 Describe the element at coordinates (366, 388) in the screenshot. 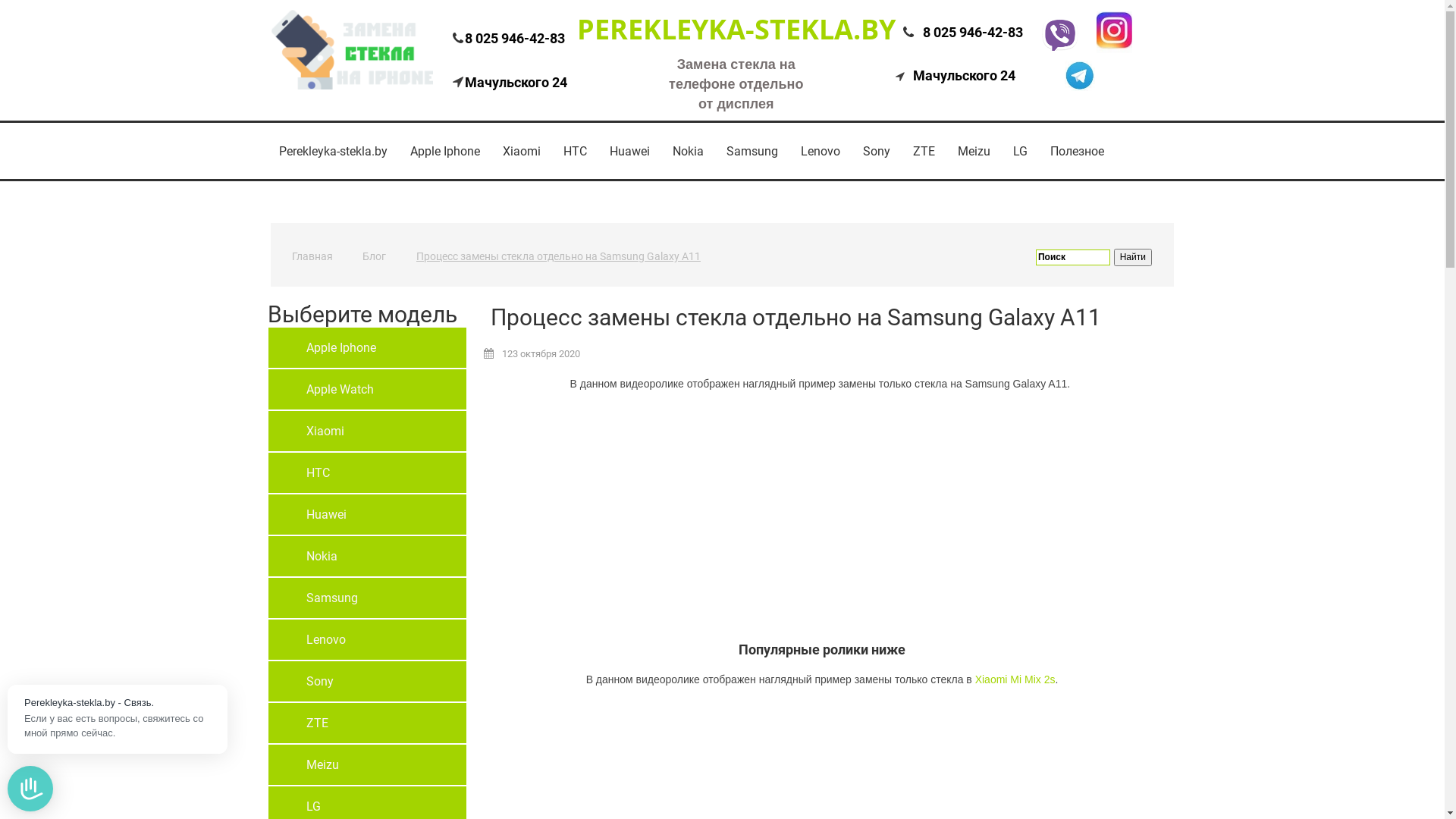

I see `'Apple Watch'` at that location.